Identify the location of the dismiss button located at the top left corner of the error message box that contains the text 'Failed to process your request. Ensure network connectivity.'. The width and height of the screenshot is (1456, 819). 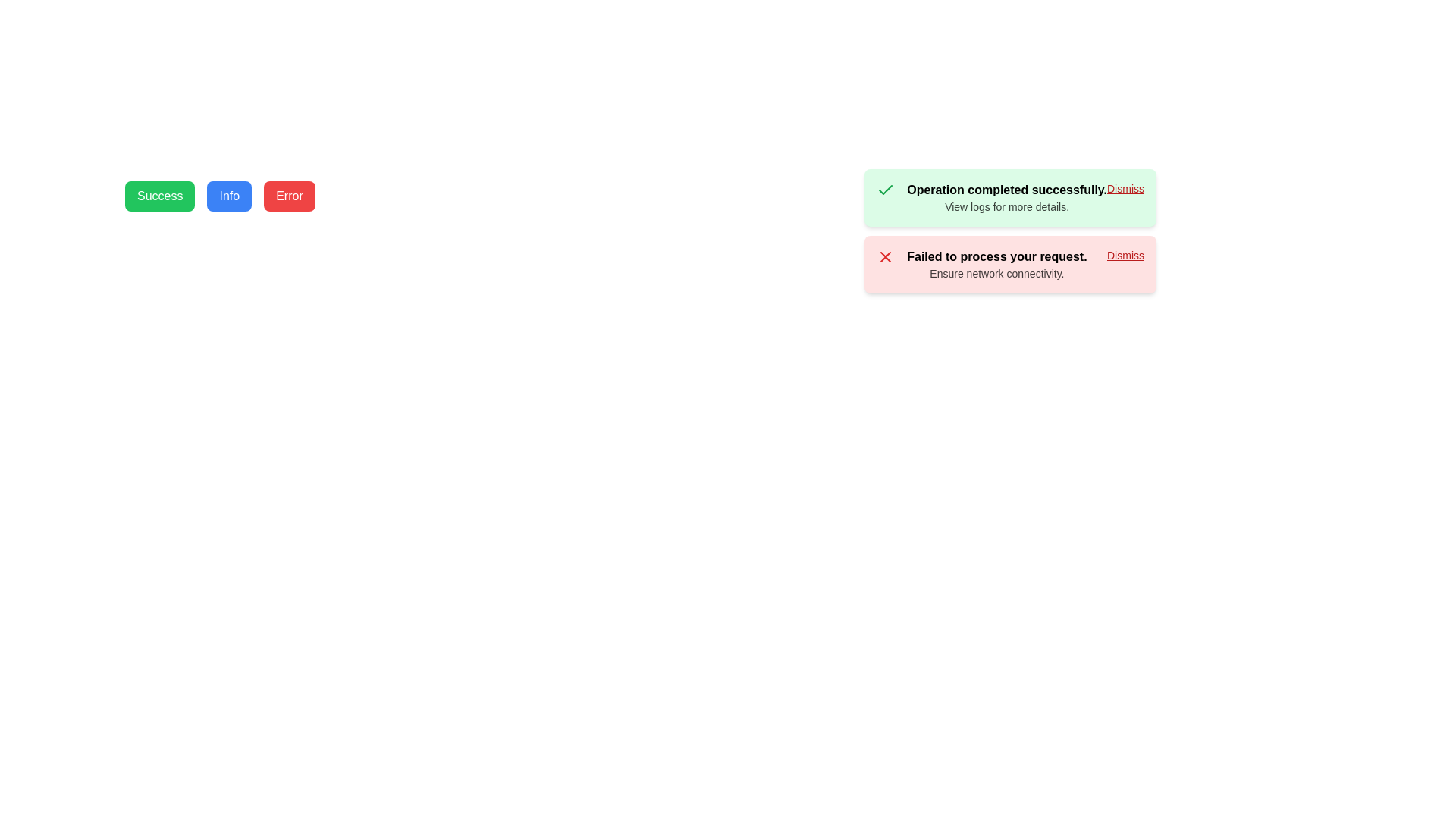
(886, 256).